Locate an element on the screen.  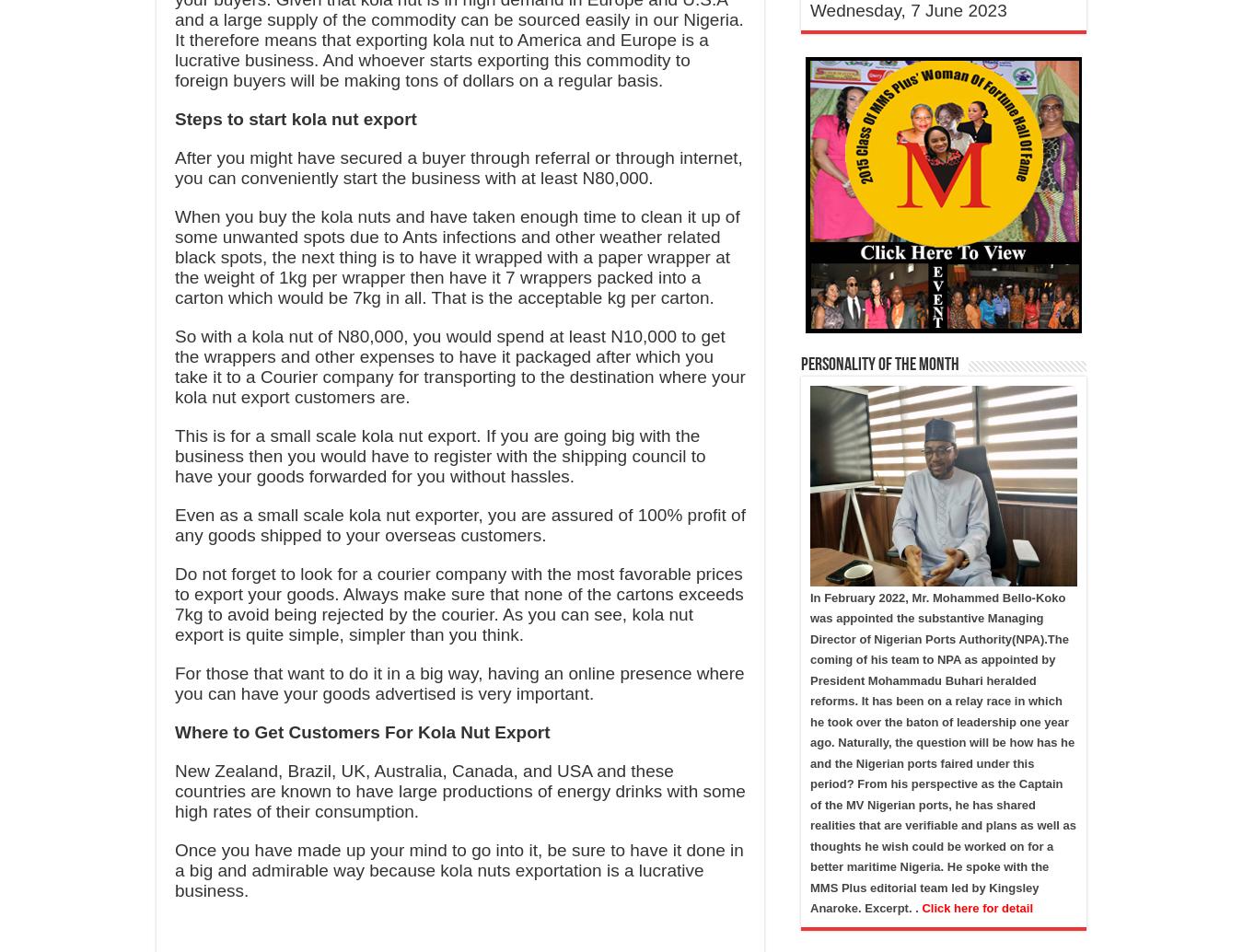
'After you might have secured a buyer through referral or through internet, you can conveniently start the business with at least N80,000.' is located at coordinates (458, 168).